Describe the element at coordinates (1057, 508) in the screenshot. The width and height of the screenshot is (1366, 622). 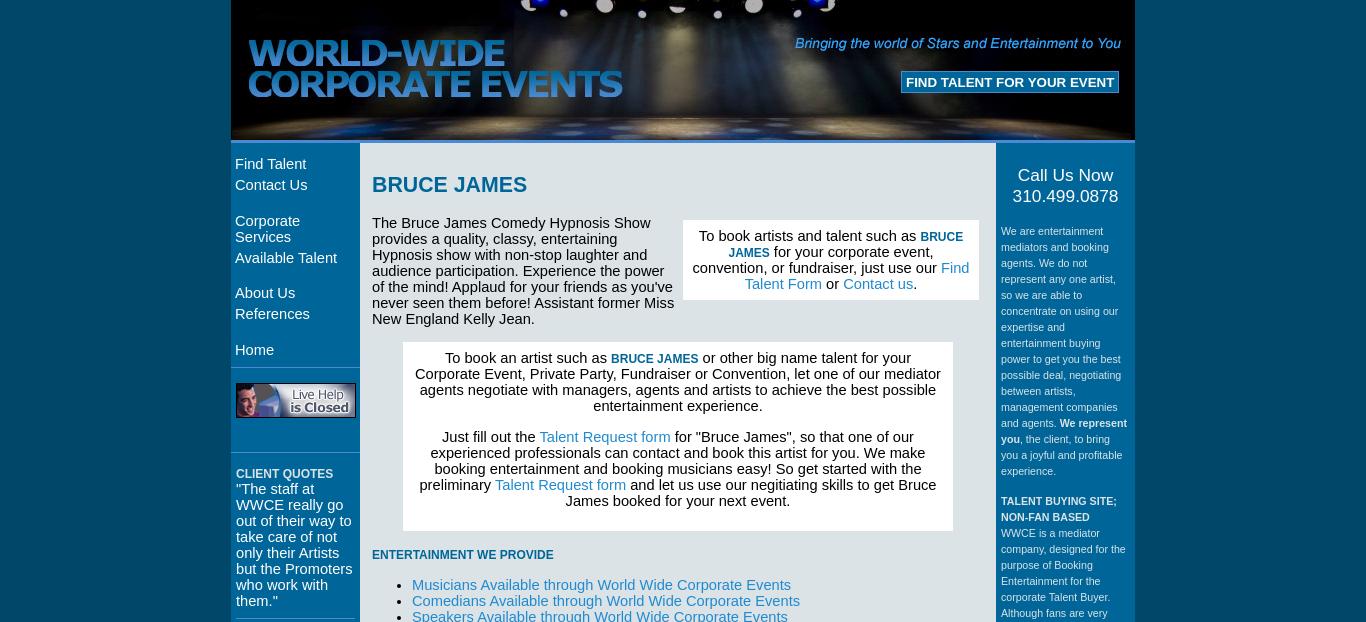
I see `'TALENT BUYING SITE; NON-FAN BASED'` at that location.